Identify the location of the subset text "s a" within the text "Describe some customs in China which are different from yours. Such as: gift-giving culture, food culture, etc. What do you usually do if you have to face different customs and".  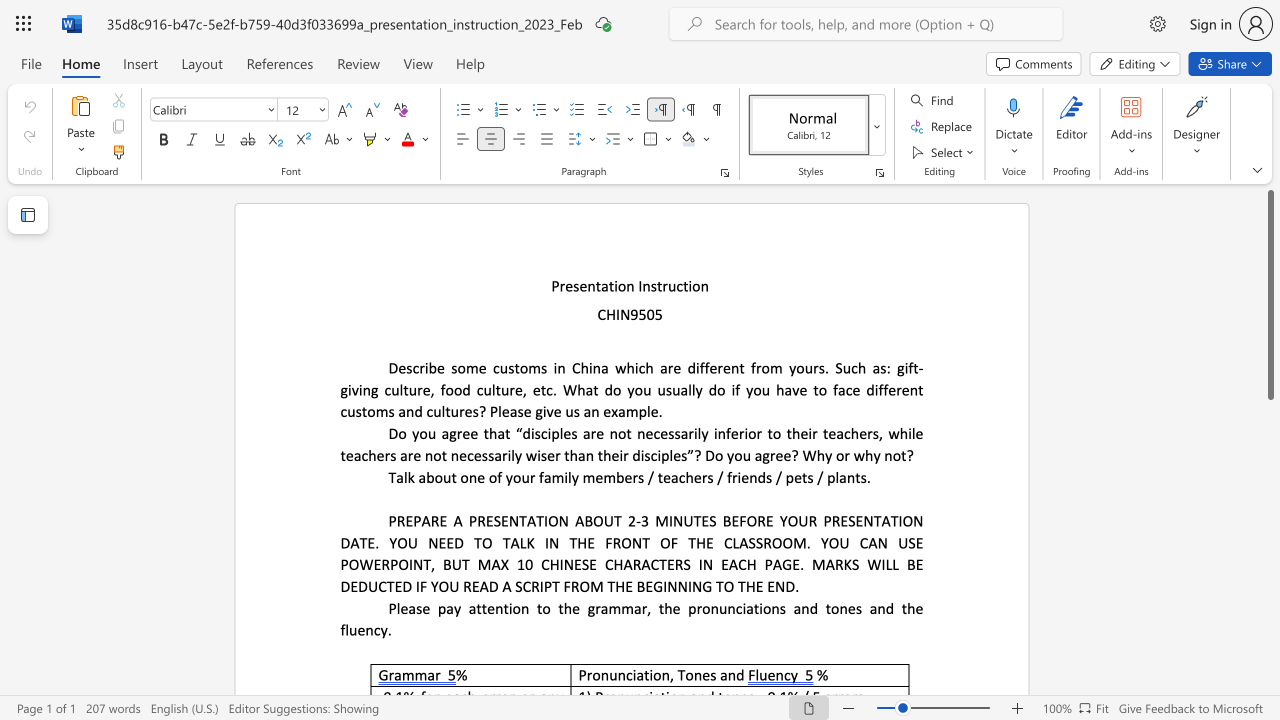
(388, 410).